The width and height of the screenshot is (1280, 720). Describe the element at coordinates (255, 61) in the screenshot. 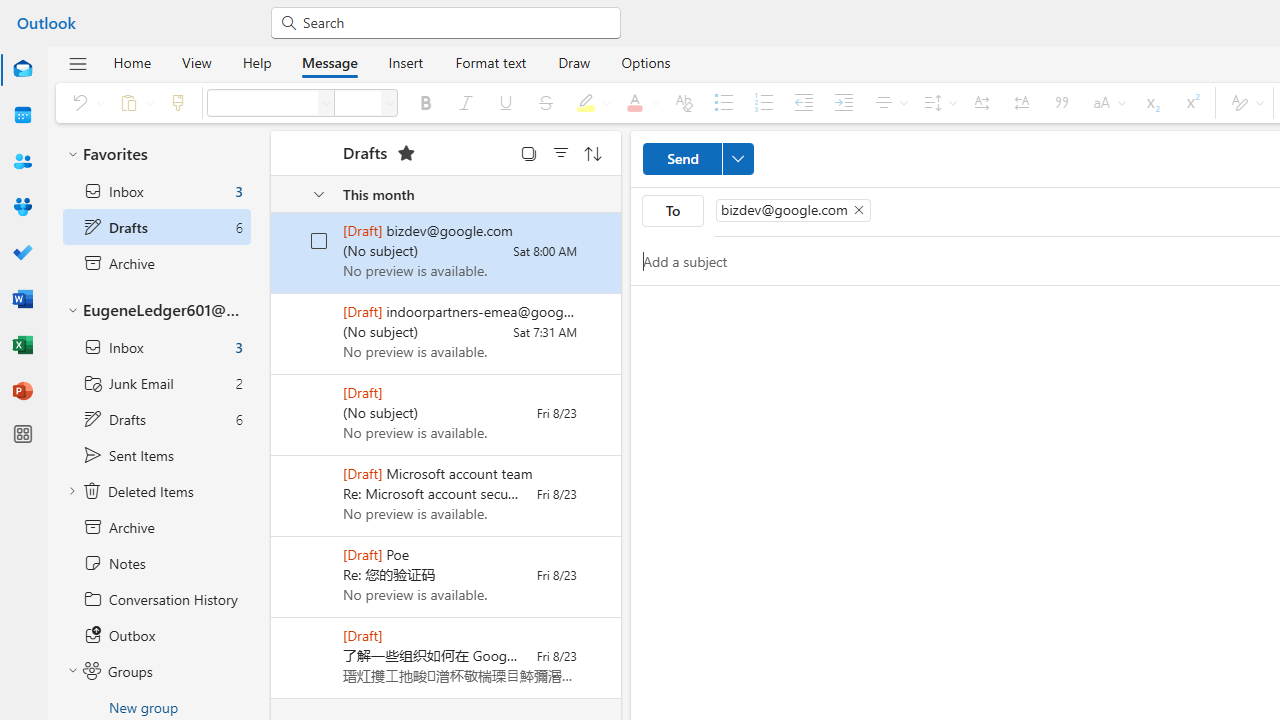

I see `'Help'` at that location.